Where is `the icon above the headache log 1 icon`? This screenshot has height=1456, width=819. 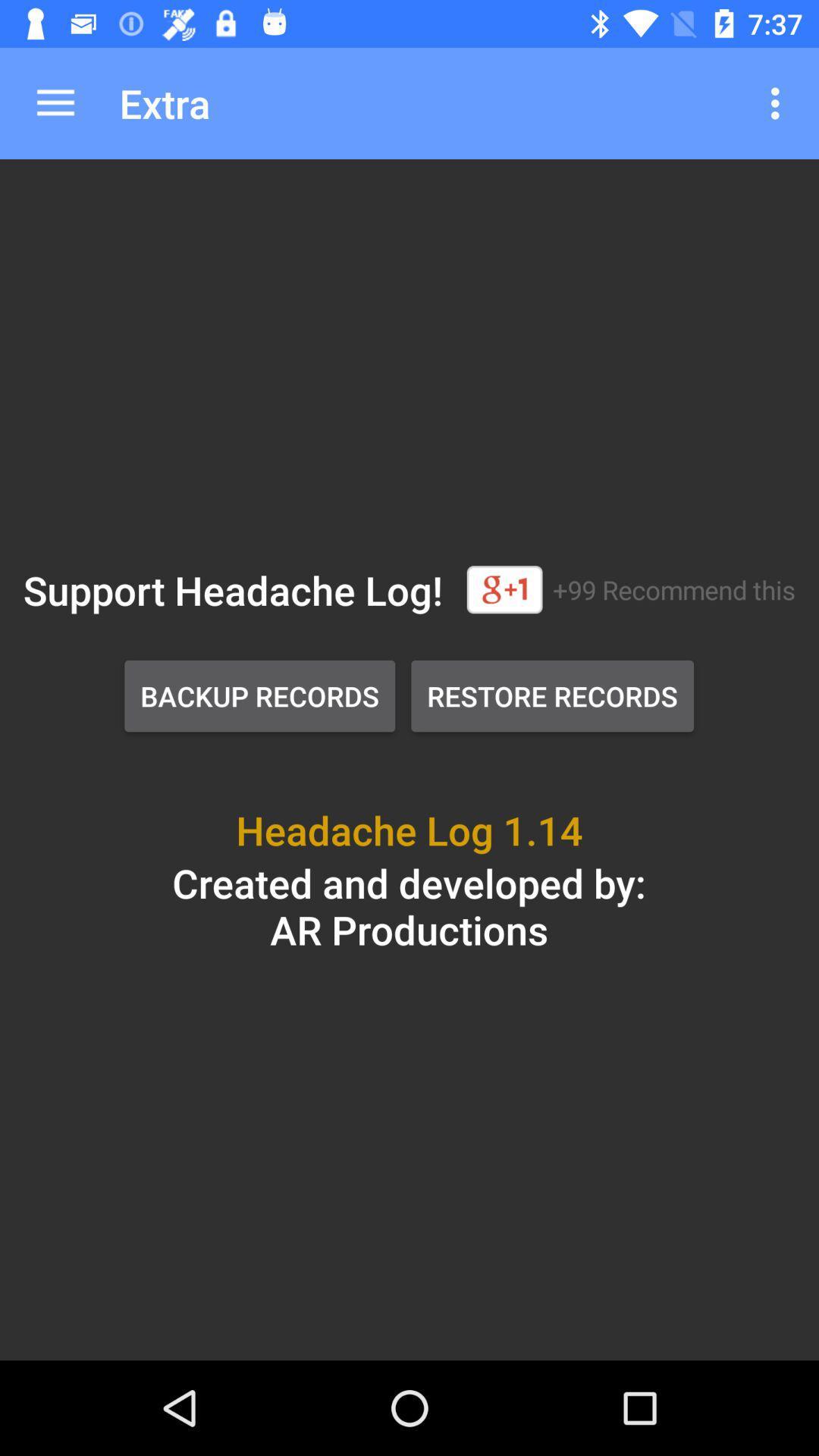 the icon above the headache log 1 icon is located at coordinates (552, 695).